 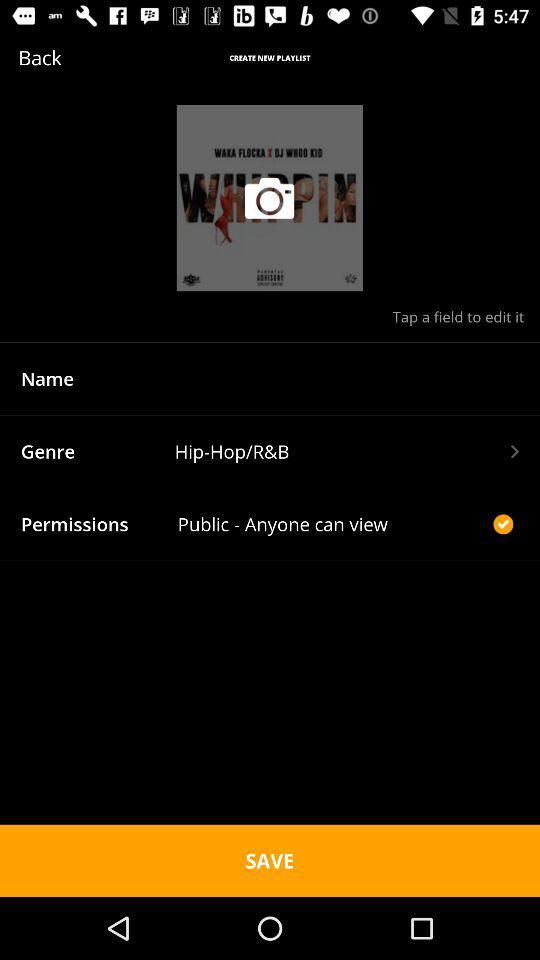 I want to click on the icon to the right of genre, so click(x=345, y=451).